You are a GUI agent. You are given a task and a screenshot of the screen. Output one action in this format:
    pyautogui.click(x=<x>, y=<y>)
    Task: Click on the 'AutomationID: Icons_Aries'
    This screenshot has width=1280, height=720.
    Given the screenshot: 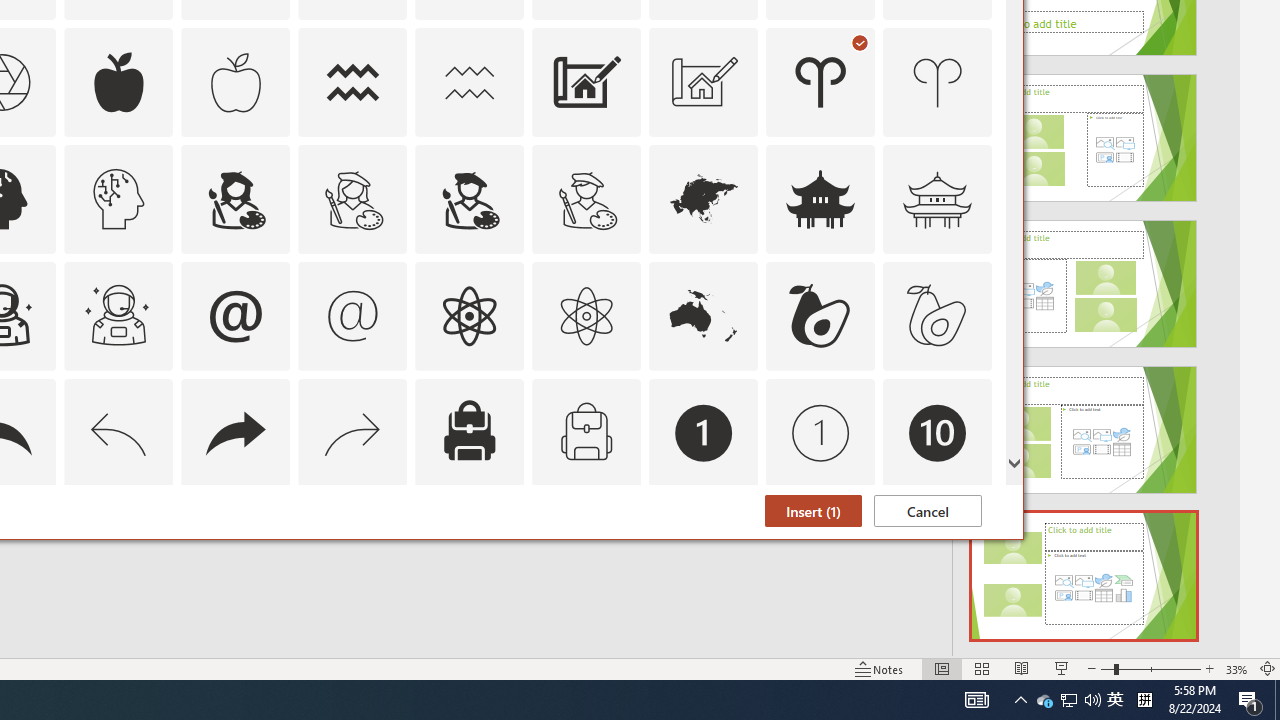 What is the action you would take?
    pyautogui.click(x=821, y=81)
    